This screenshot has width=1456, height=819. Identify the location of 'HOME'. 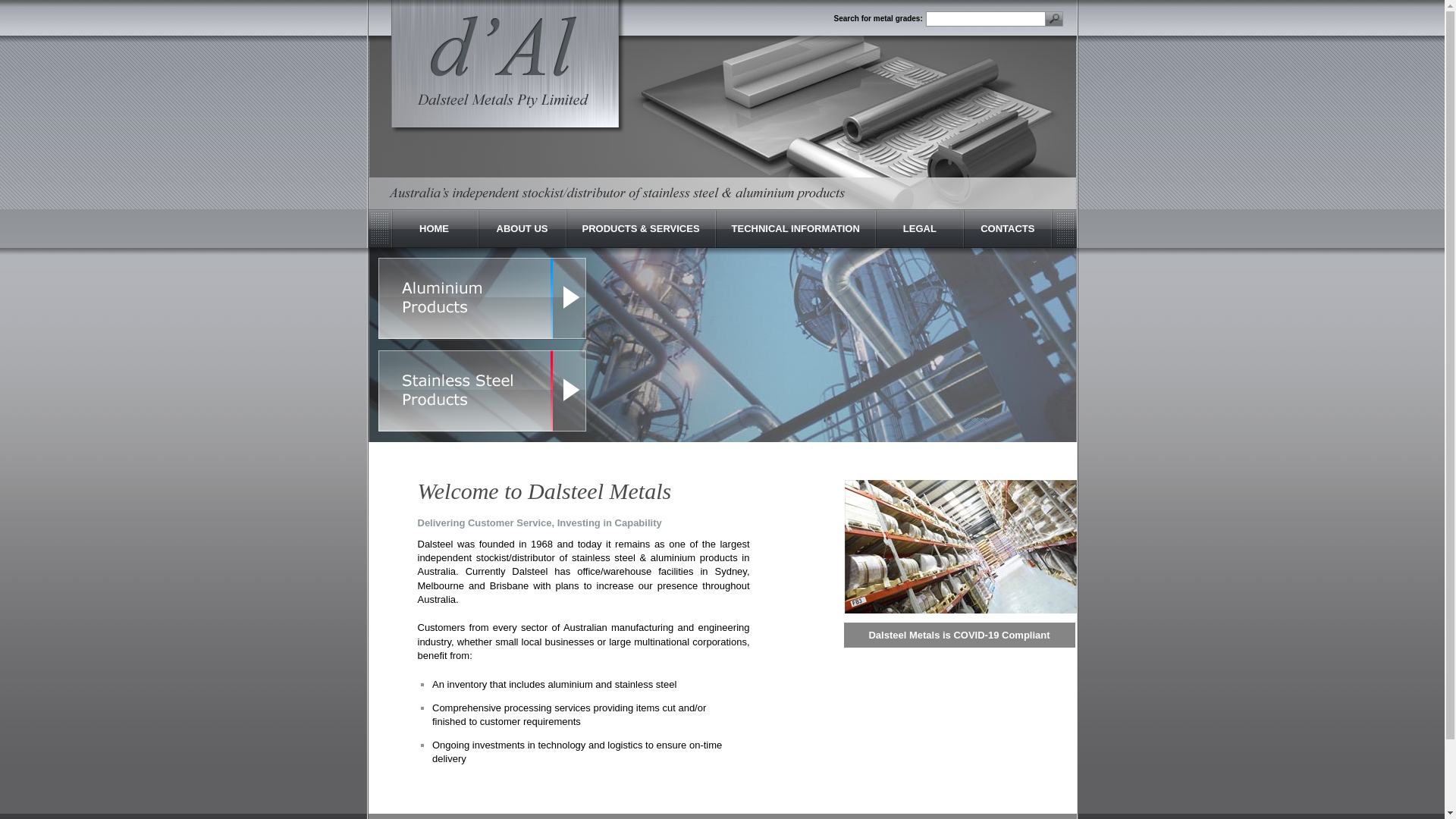
(435, 228).